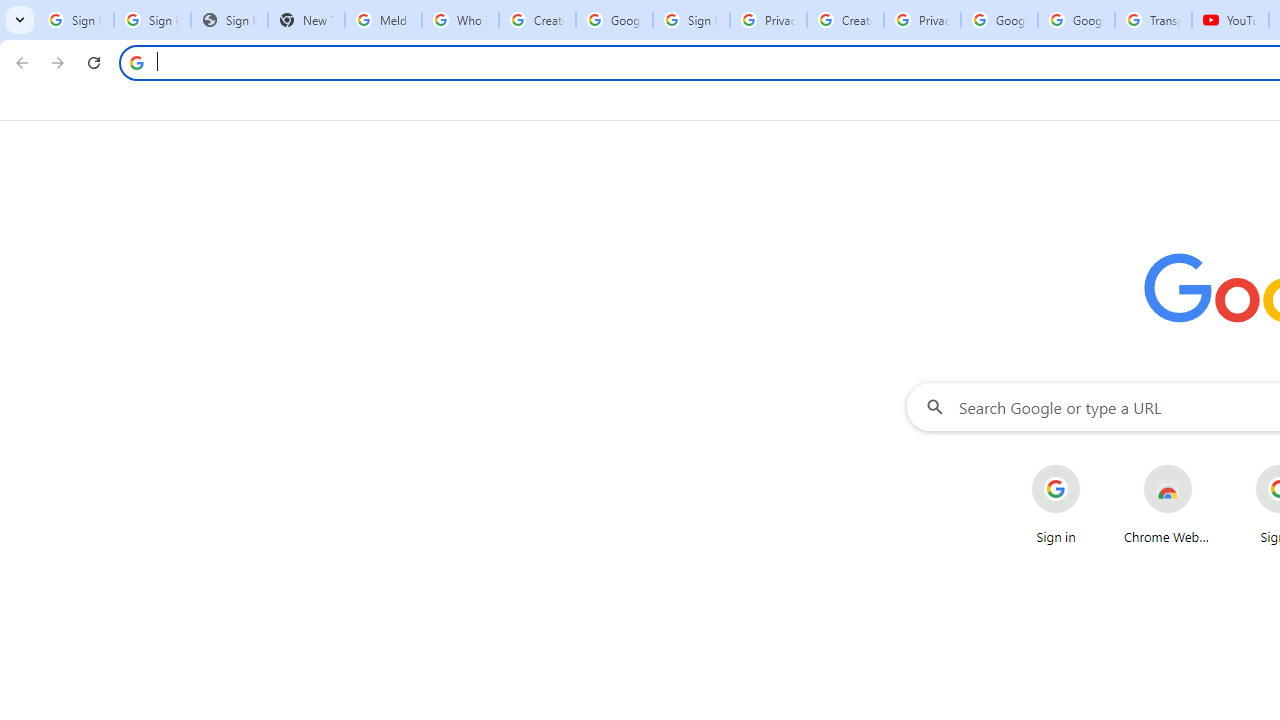 Image resolution: width=1280 pixels, height=720 pixels. What do you see at coordinates (459, 20) in the screenshot?
I see `'Who is my administrator? - Google Account Help'` at bounding box center [459, 20].